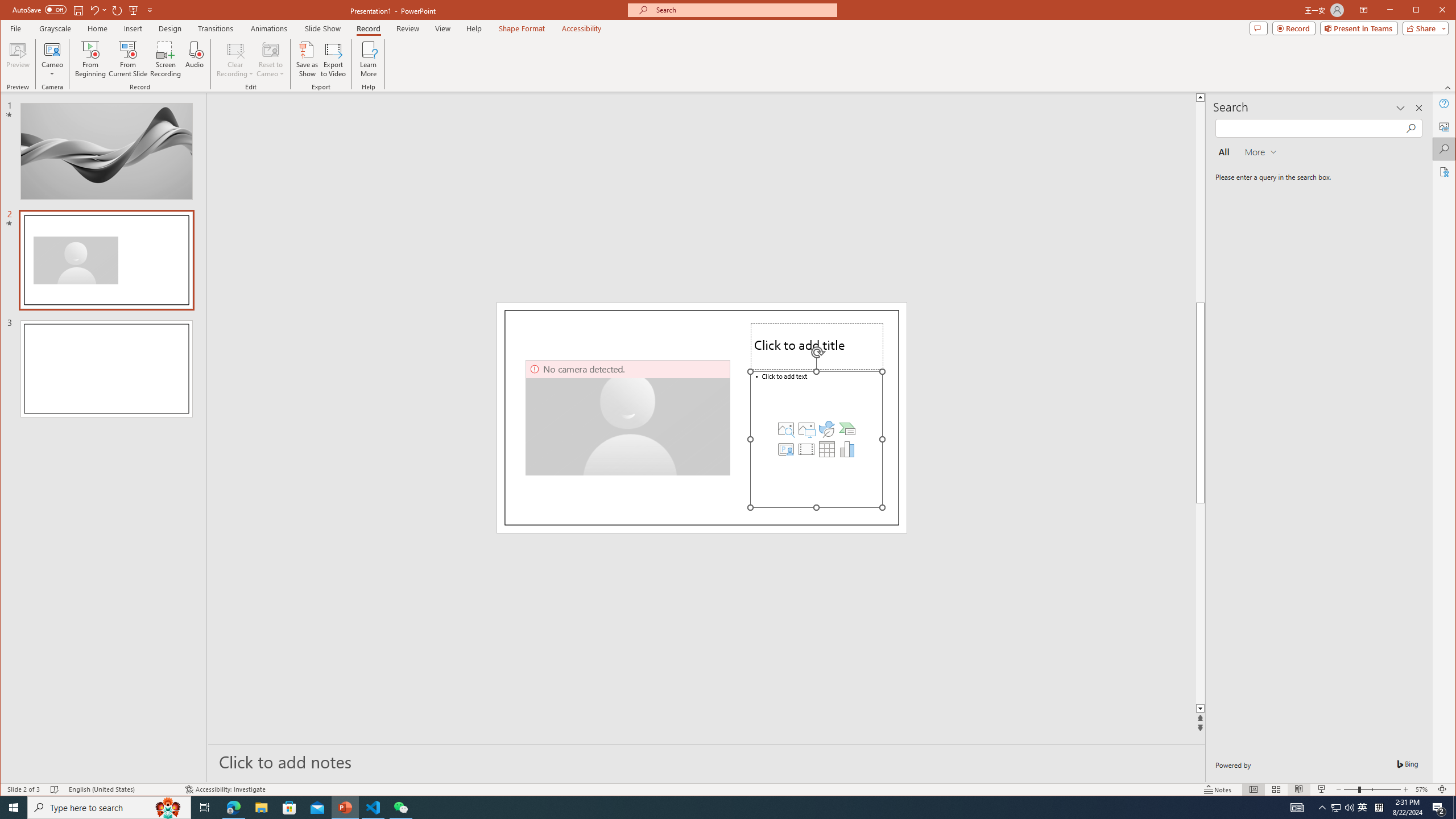 Image resolution: width=1456 pixels, height=819 pixels. I want to click on 'Insert Video', so click(806, 449).